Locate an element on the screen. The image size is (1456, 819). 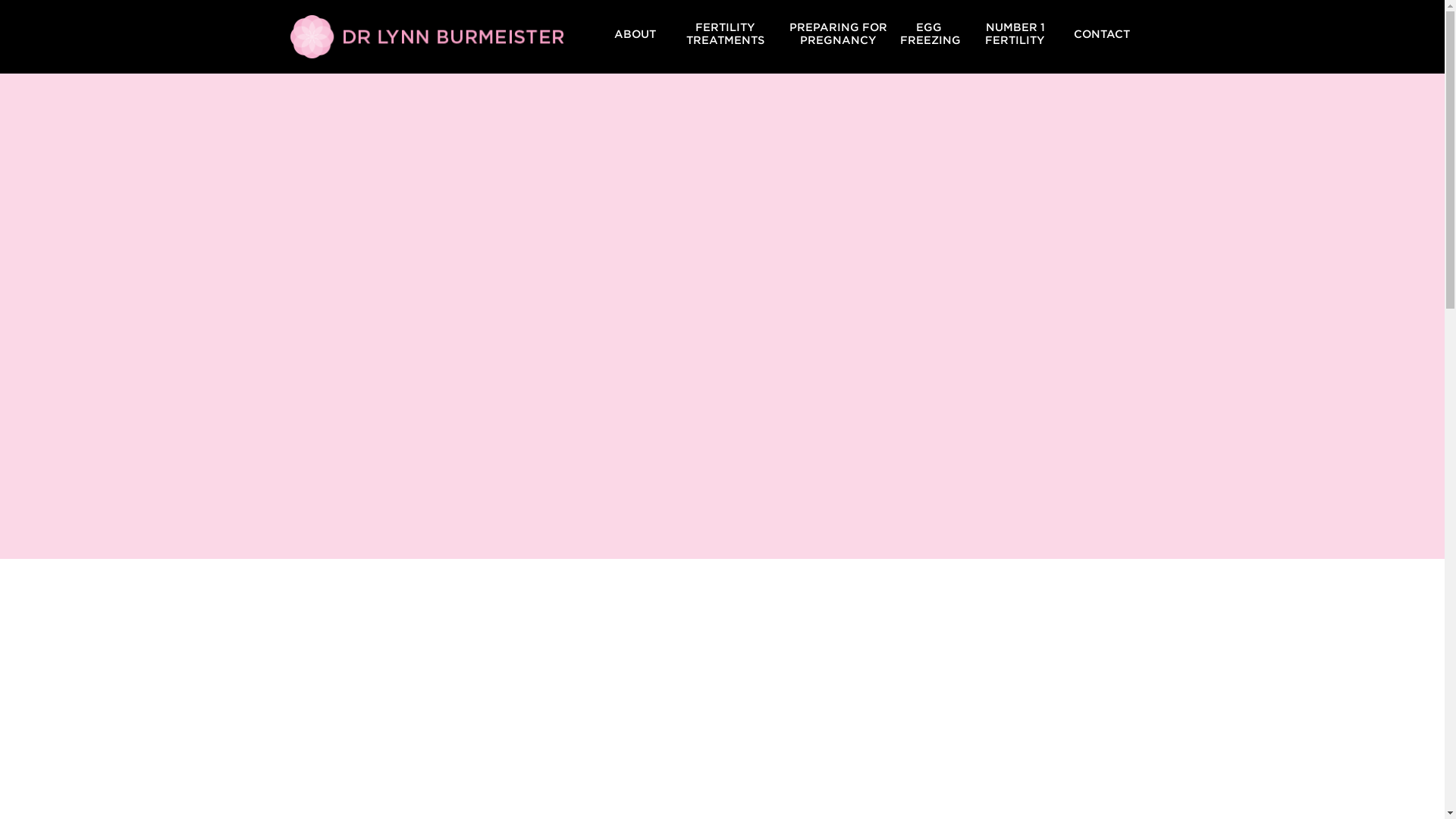
'FERTILITY TREATMENTS' is located at coordinates (724, 33).